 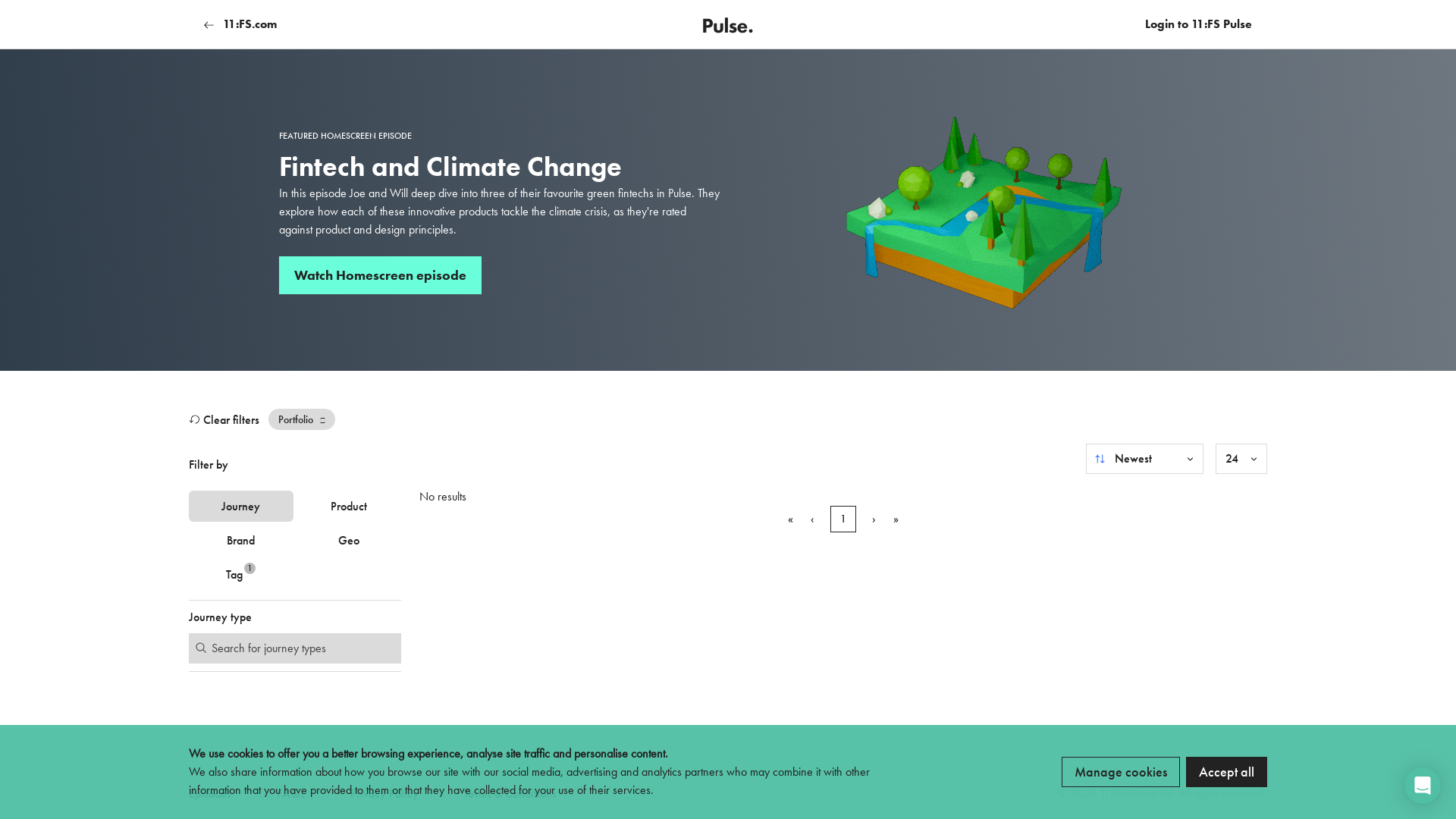 I want to click on 'Episodes', so click(x=188, y=792).